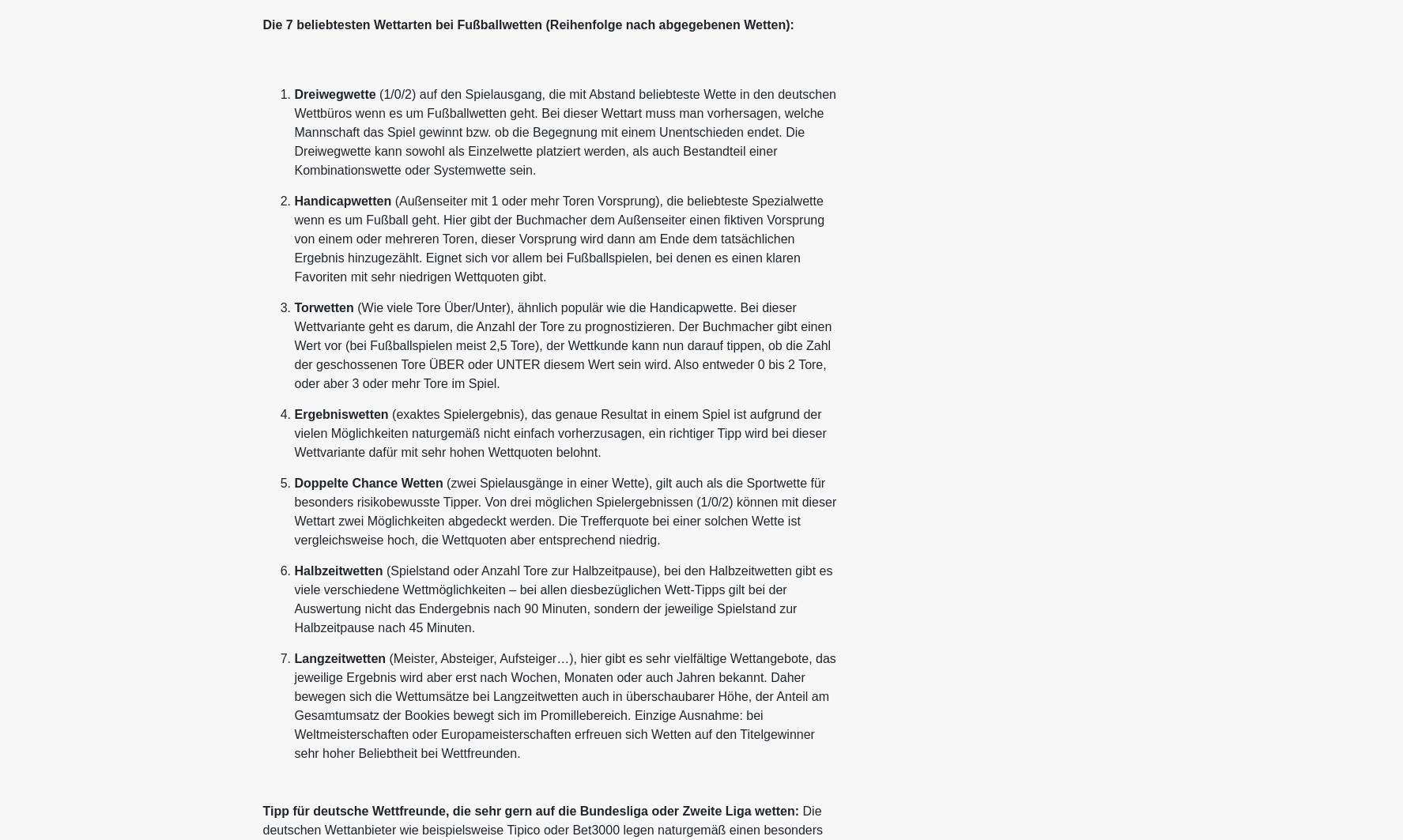  What do you see at coordinates (341, 414) in the screenshot?
I see `'Ergebniswetten'` at bounding box center [341, 414].